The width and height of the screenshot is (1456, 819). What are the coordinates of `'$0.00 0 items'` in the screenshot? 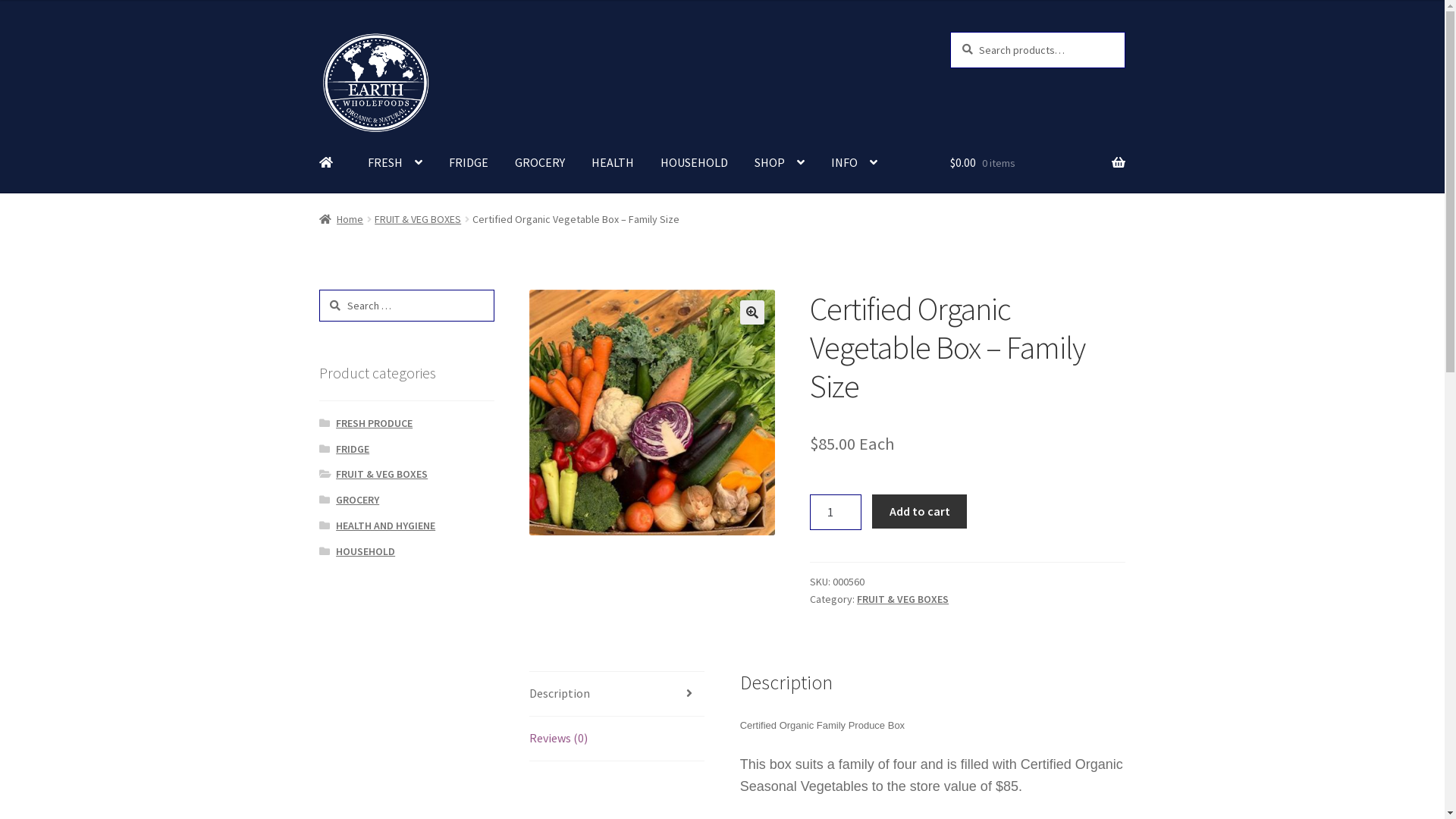 It's located at (1037, 164).